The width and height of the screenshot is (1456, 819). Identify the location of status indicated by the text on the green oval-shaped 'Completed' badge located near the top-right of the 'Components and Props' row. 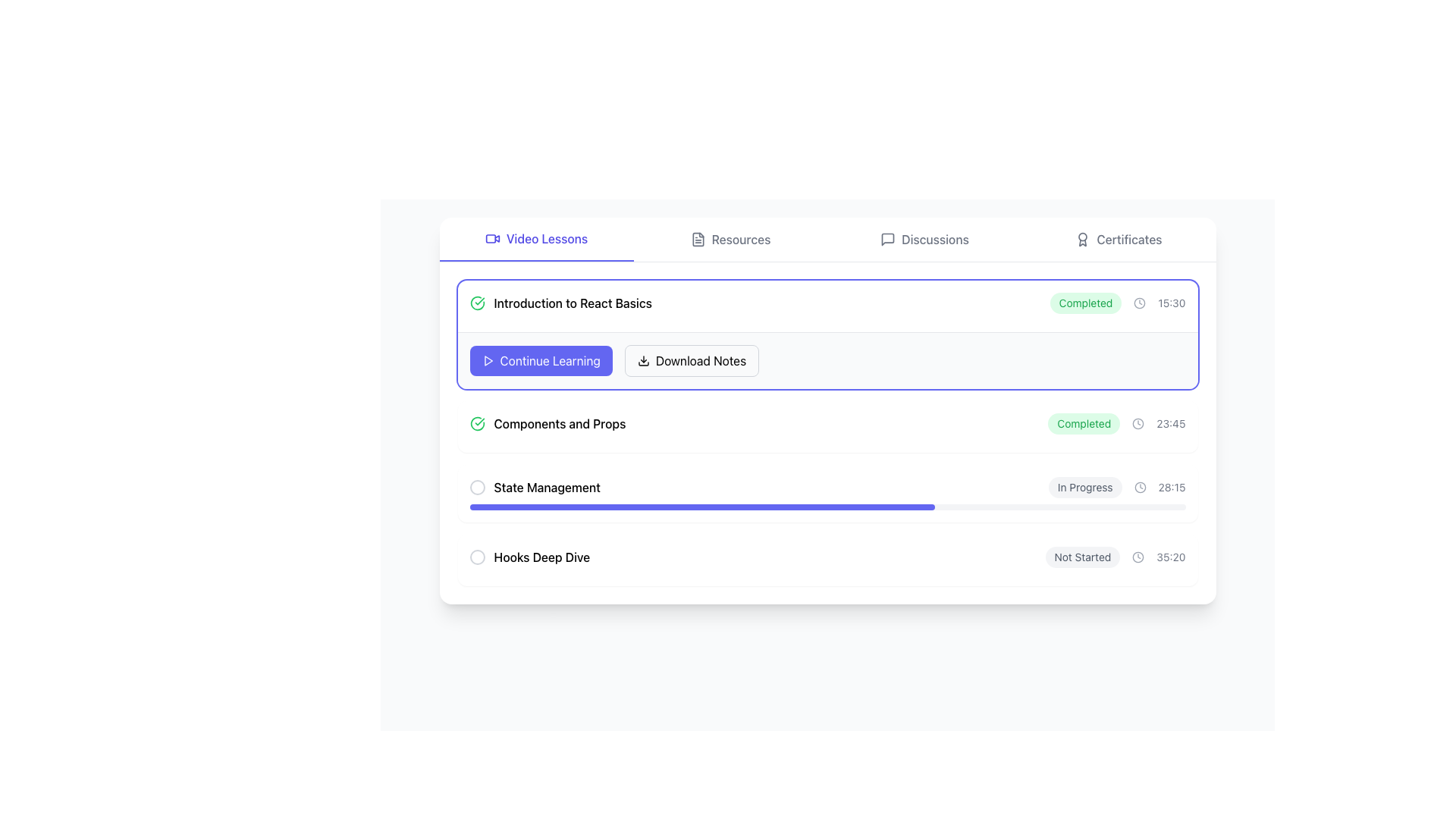
(1083, 424).